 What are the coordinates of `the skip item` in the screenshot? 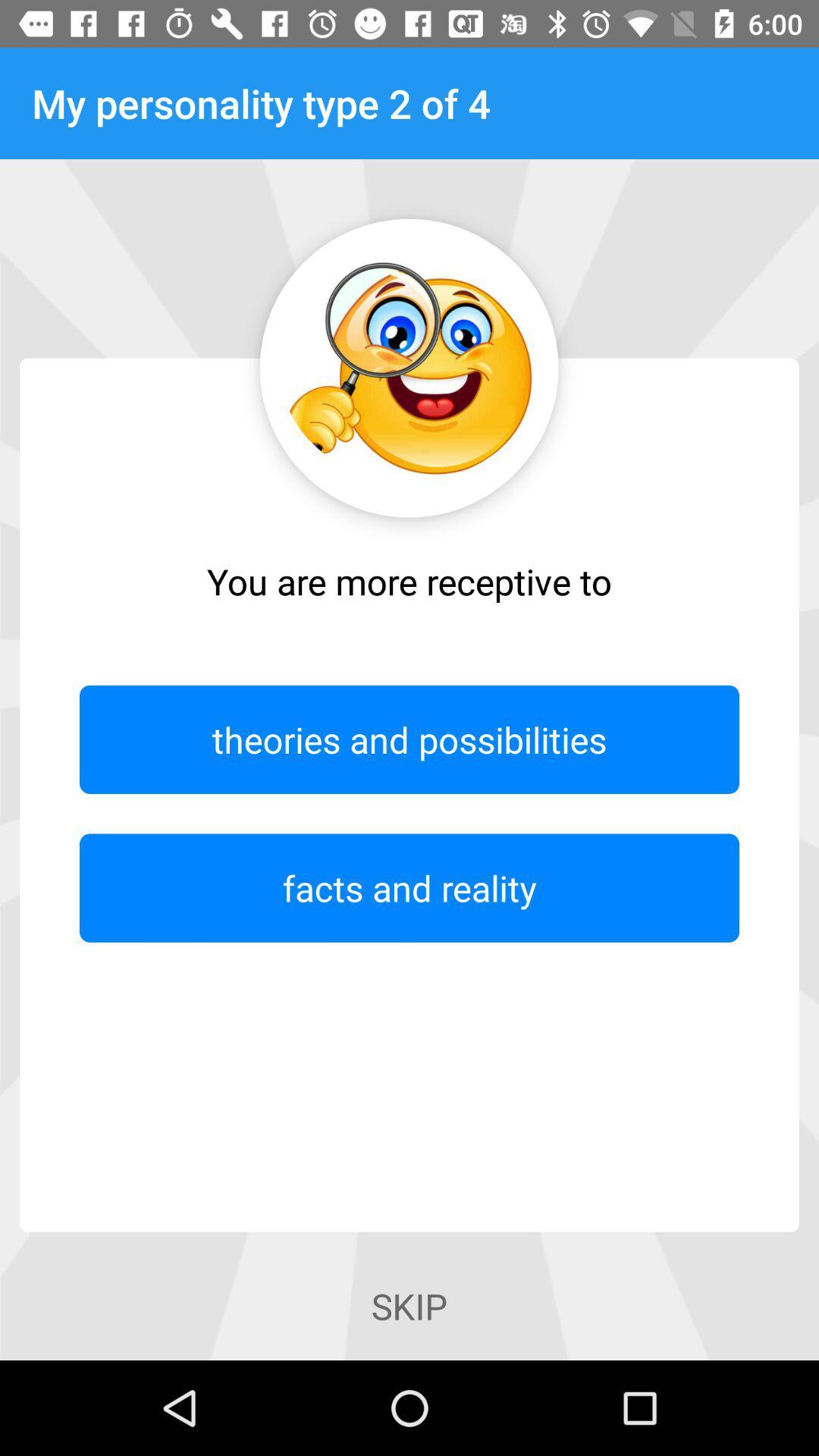 It's located at (409, 1305).